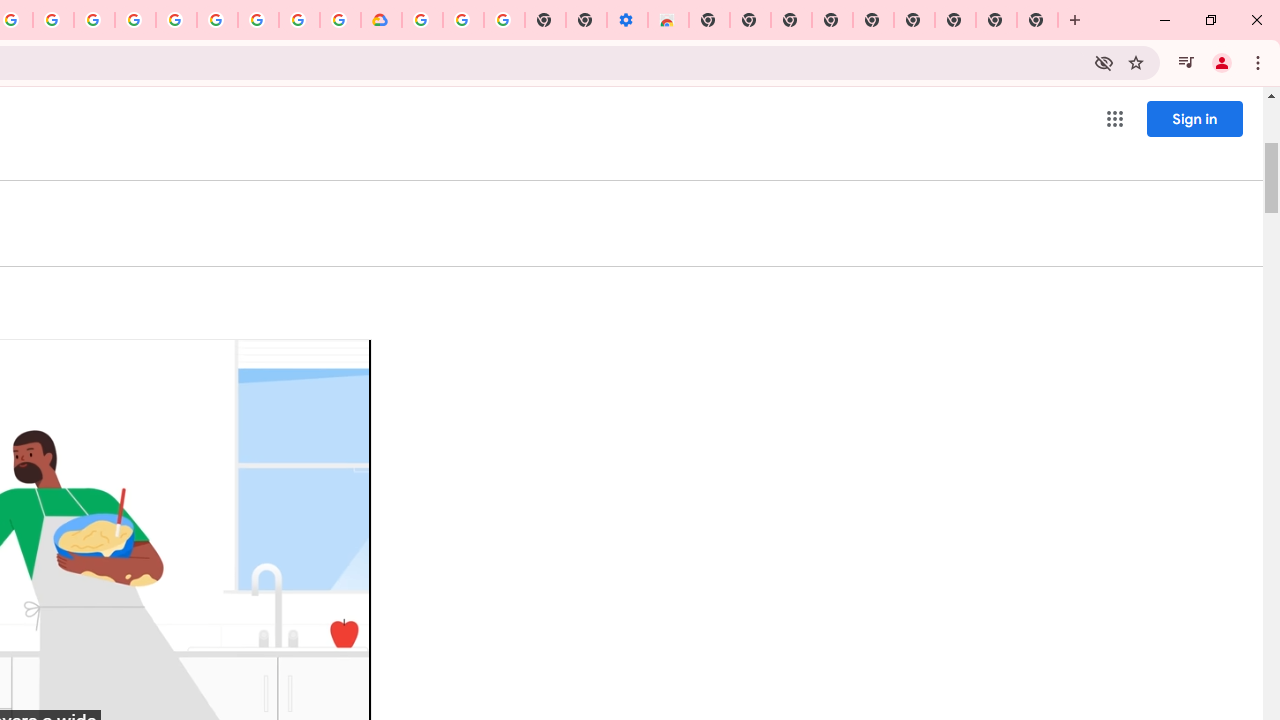 Image resolution: width=1280 pixels, height=720 pixels. What do you see at coordinates (1038, 20) in the screenshot?
I see `'New Tab'` at bounding box center [1038, 20].